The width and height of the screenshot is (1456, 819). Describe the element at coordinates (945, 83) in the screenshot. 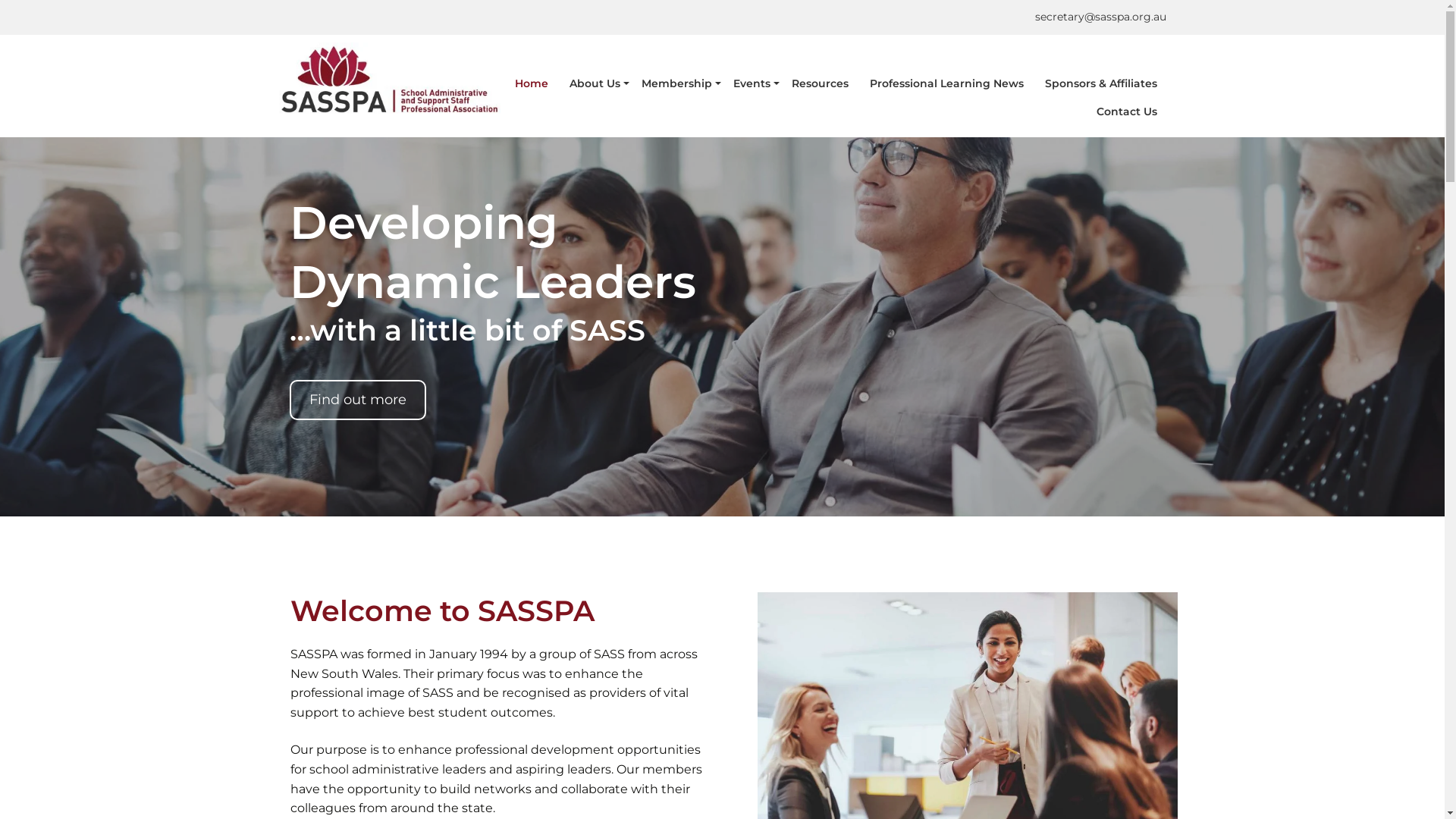

I see `'Professional Learning News'` at that location.